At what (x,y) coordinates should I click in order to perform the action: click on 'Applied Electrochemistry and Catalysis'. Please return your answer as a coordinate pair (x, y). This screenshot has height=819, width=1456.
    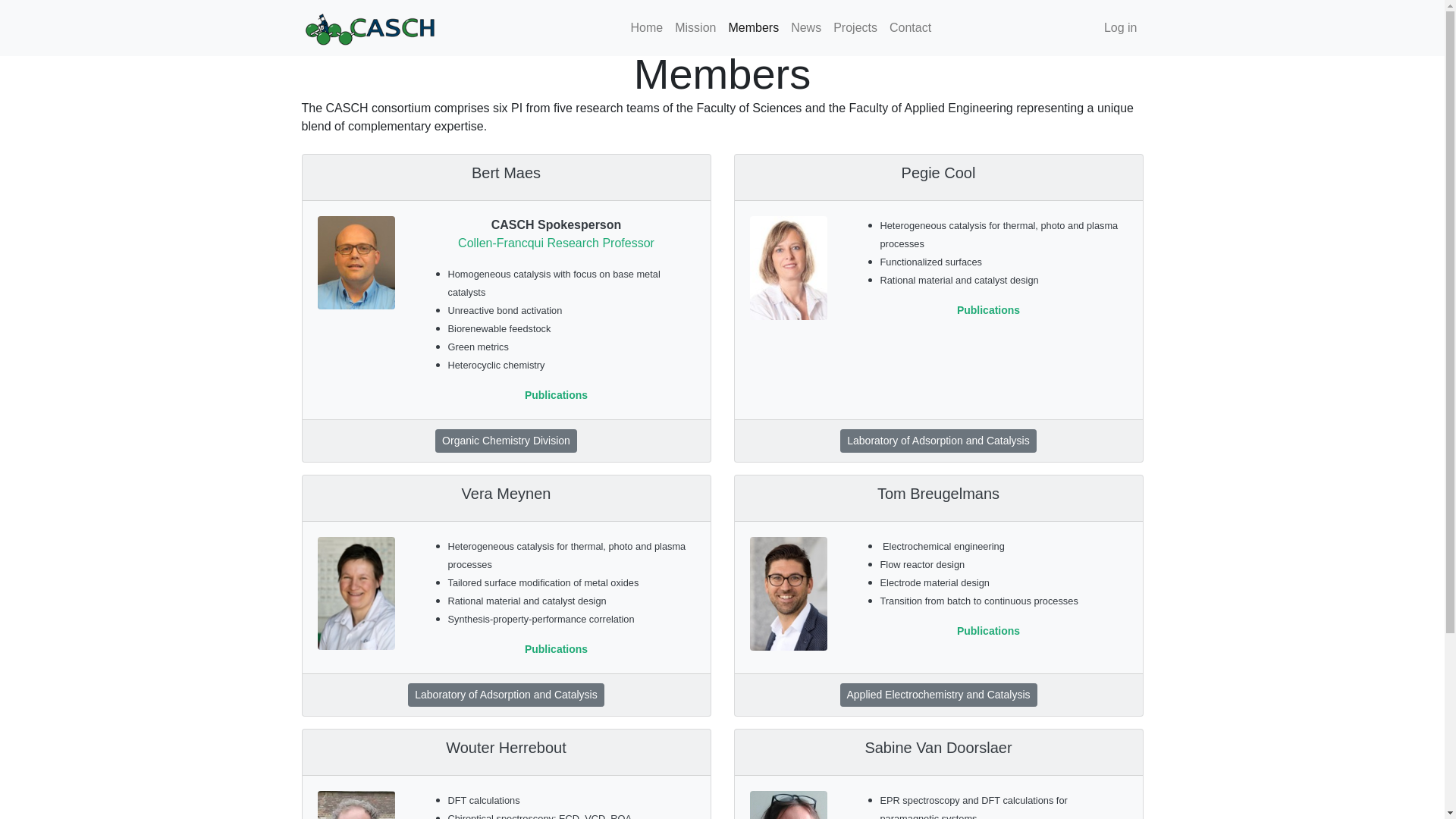
    Looking at the image, I should click on (938, 695).